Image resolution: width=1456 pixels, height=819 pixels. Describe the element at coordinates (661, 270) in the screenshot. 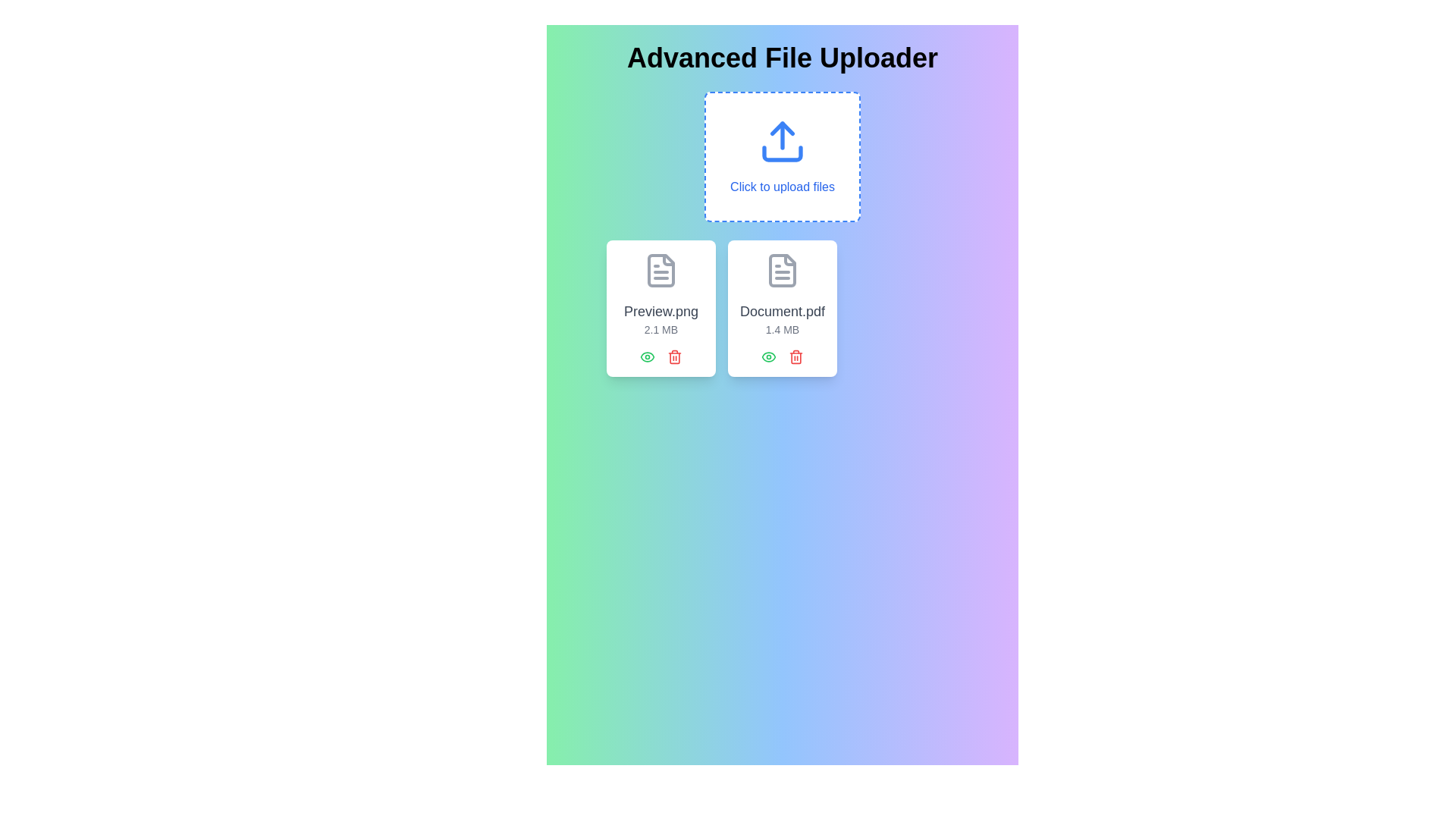

I see `the leftmost file document icon, which has a folded corner and is styled in gray` at that location.